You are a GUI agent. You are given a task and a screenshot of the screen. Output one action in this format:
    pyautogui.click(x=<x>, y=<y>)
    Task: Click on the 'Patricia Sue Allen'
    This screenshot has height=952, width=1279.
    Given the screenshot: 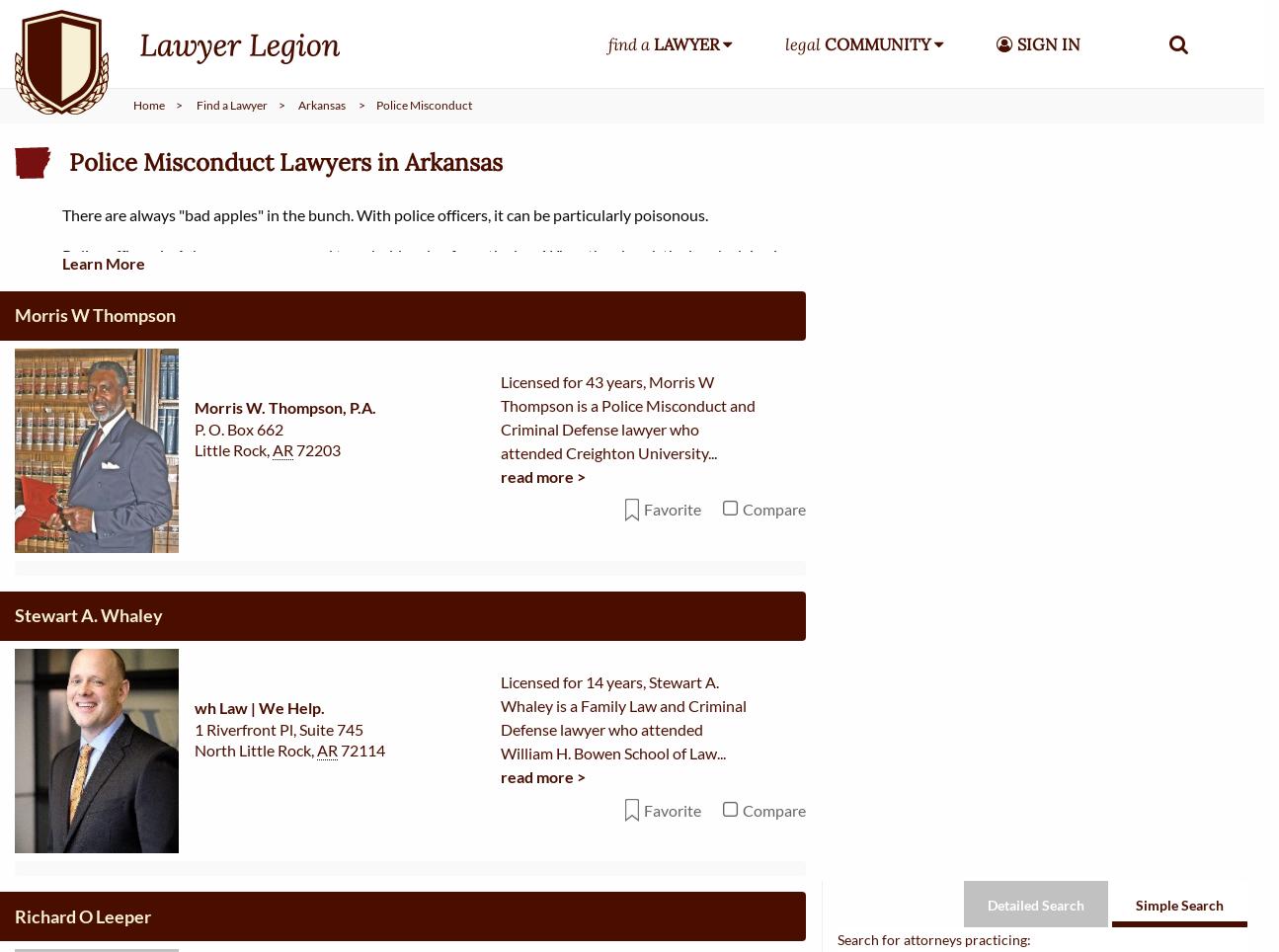 What is the action you would take?
    pyautogui.click(x=83, y=845)
    